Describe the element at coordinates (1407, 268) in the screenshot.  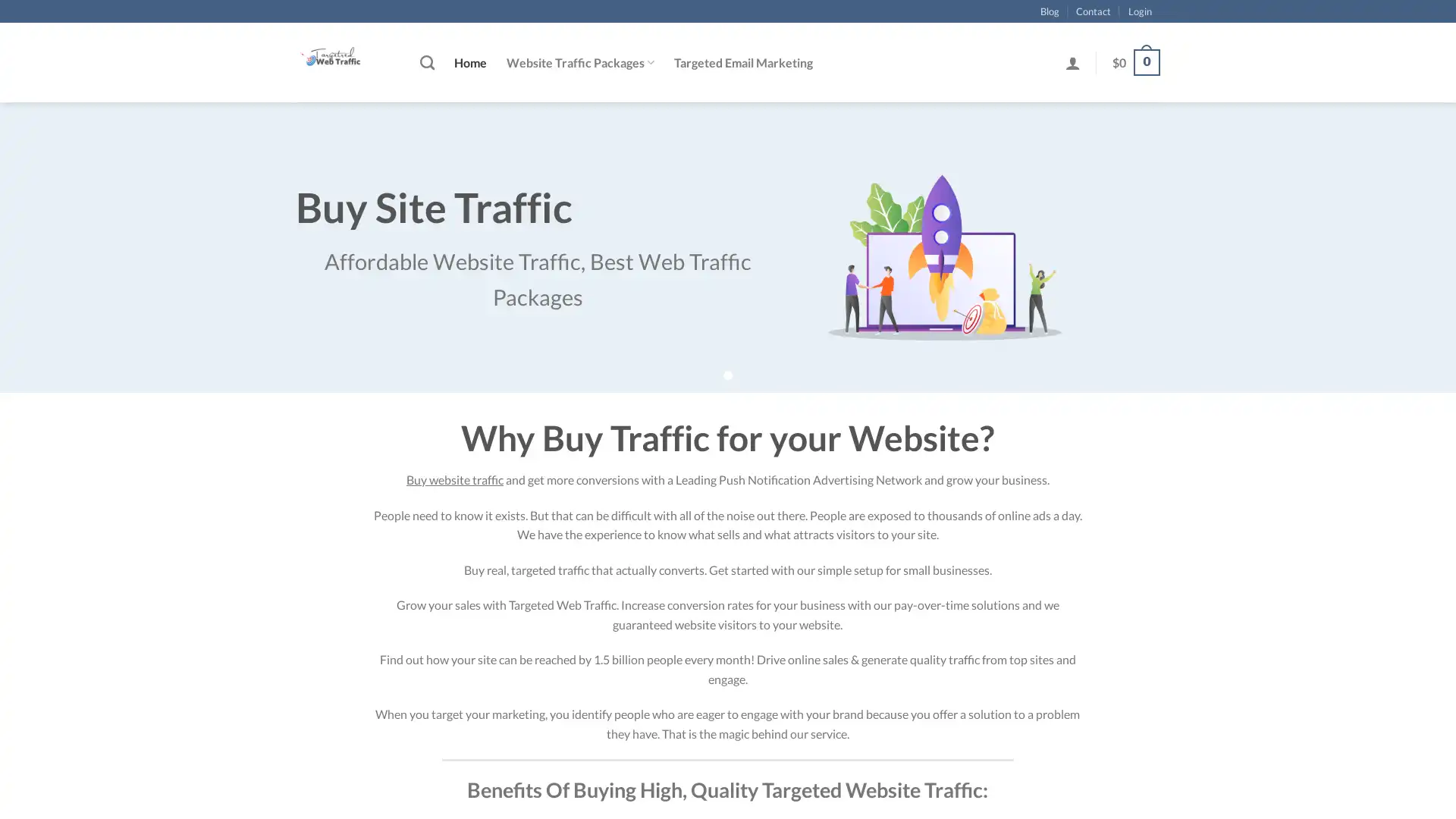
I see `Next` at that location.